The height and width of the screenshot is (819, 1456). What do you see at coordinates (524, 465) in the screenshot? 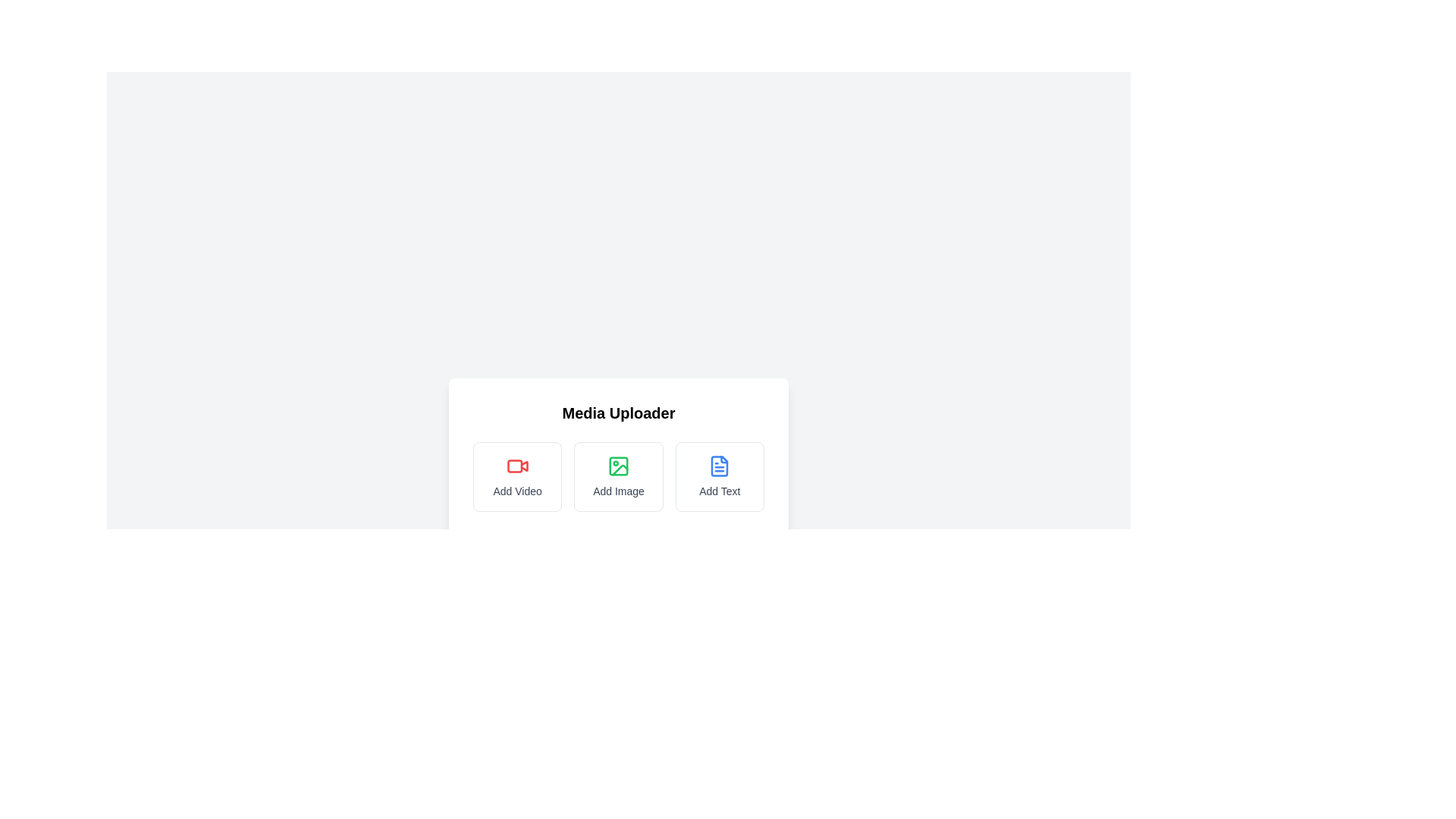
I see `the red triangular play button icon, which is part of the 'Add Video' button located beneath the 'Media Uploader' heading` at bounding box center [524, 465].